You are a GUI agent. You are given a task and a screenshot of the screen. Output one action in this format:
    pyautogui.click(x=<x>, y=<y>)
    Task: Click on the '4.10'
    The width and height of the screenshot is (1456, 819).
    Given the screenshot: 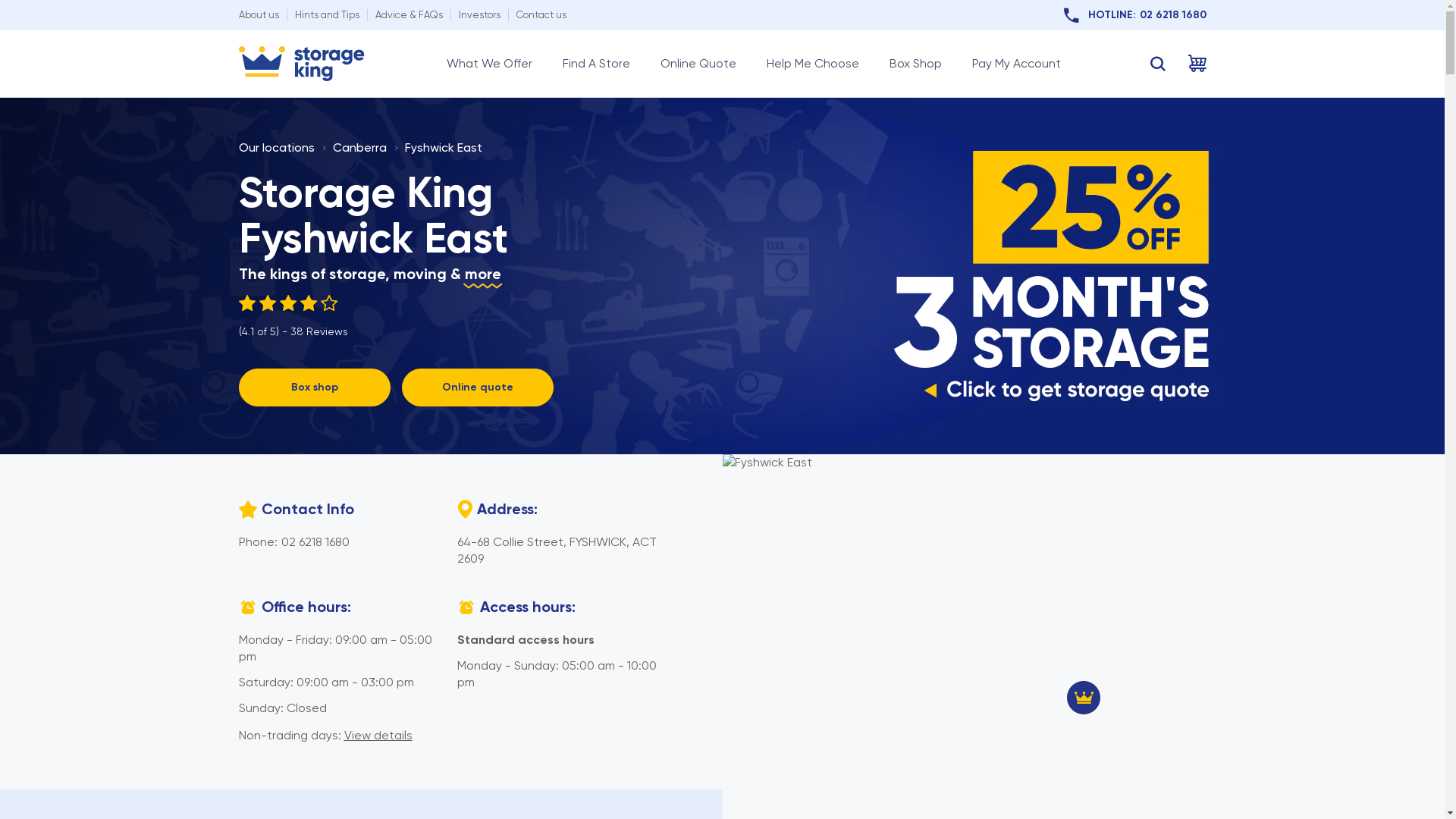 What is the action you would take?
    pyautogui.click(x=293, y=303)
    